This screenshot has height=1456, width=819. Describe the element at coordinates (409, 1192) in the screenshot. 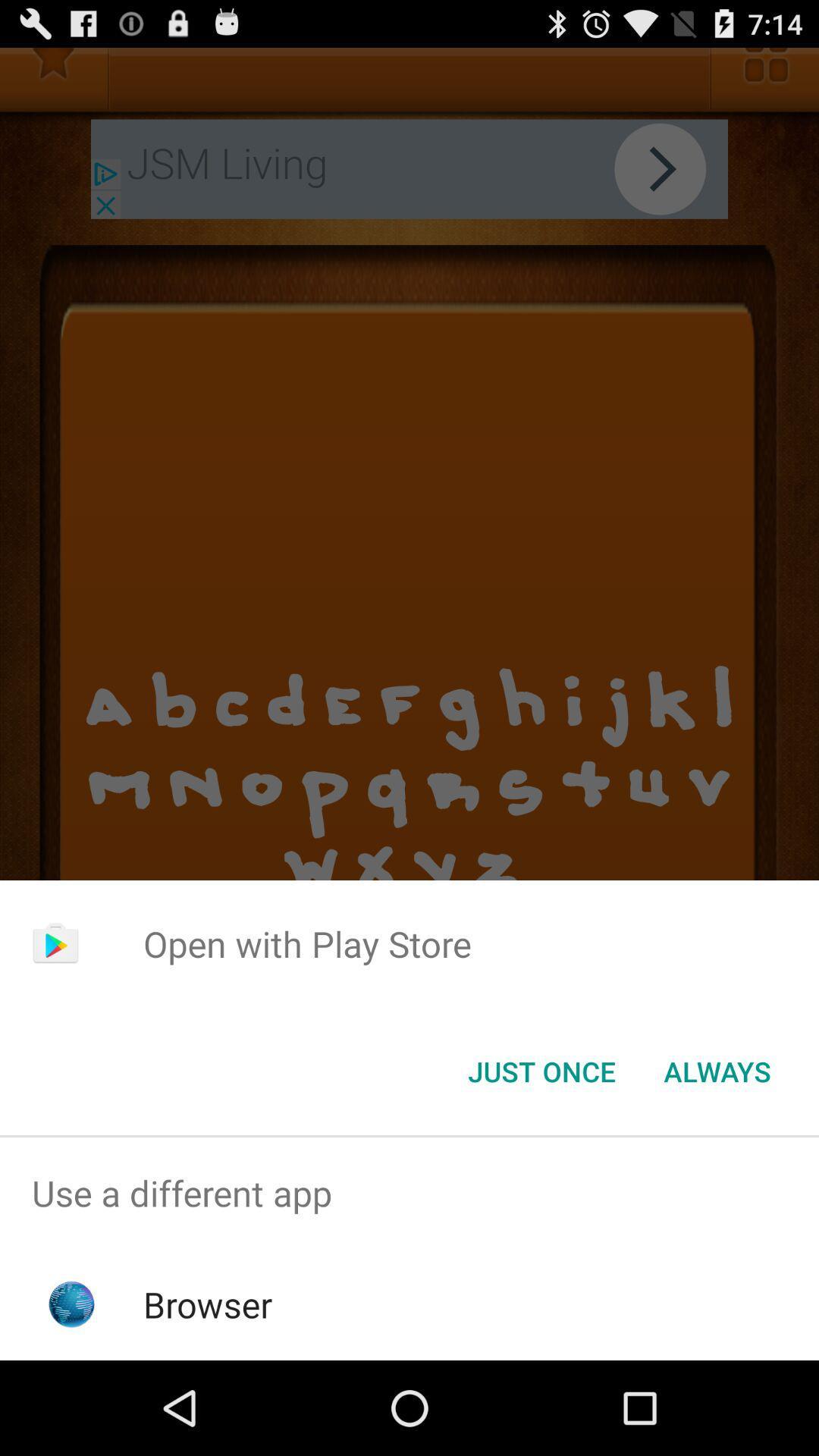

I see `icon above browser icon` at that location.